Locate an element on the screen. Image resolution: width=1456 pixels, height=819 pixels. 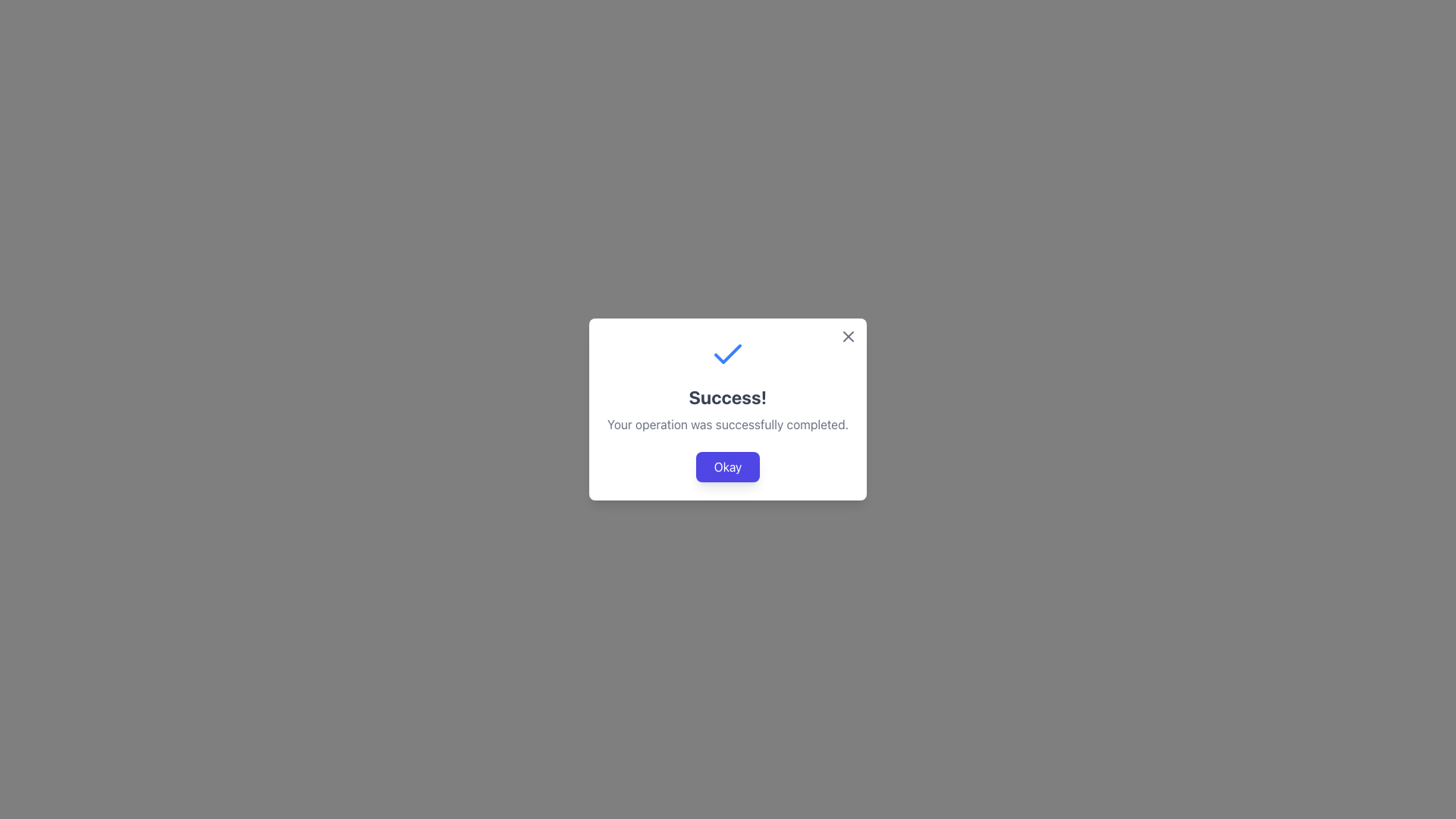
the blue checkmark icon that is prominently displayed above the 'Success!' text in the modal confirmation dialog is located at coordinates (728, 353).